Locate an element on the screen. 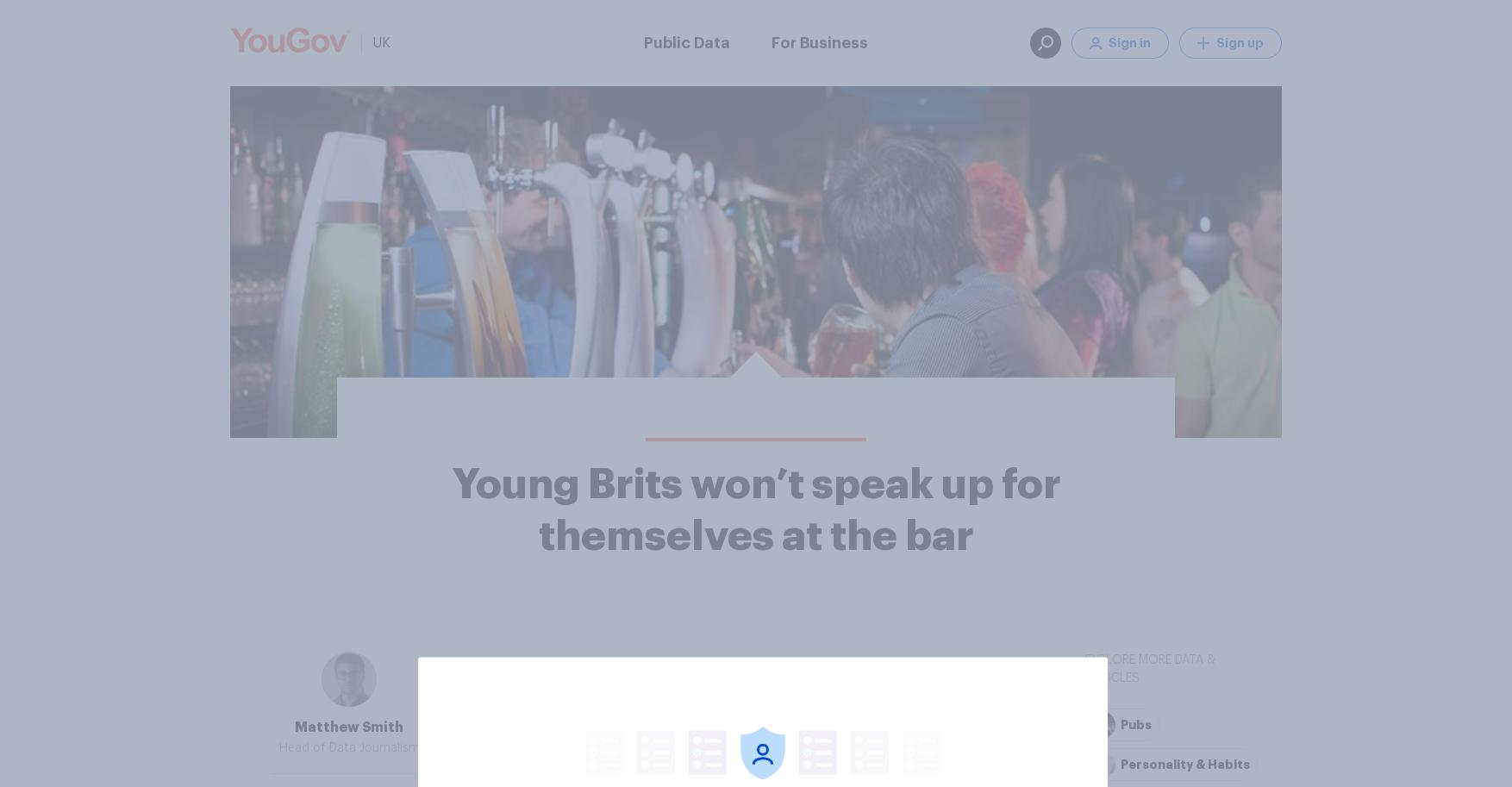  'UK' is located at coordinates (372, 42).